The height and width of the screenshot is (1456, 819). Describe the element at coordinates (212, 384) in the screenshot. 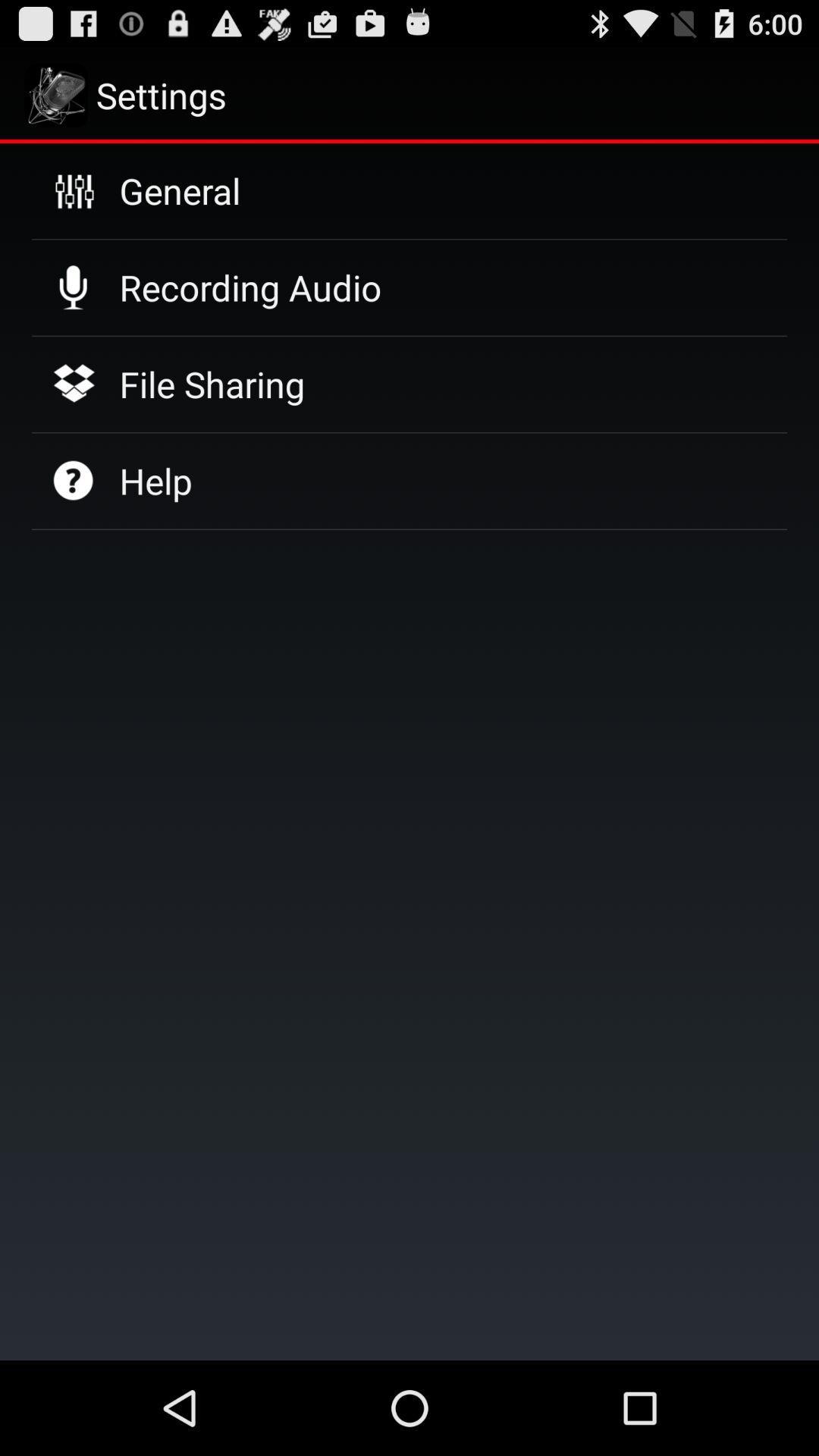

I see `the file sharing item` at that location.